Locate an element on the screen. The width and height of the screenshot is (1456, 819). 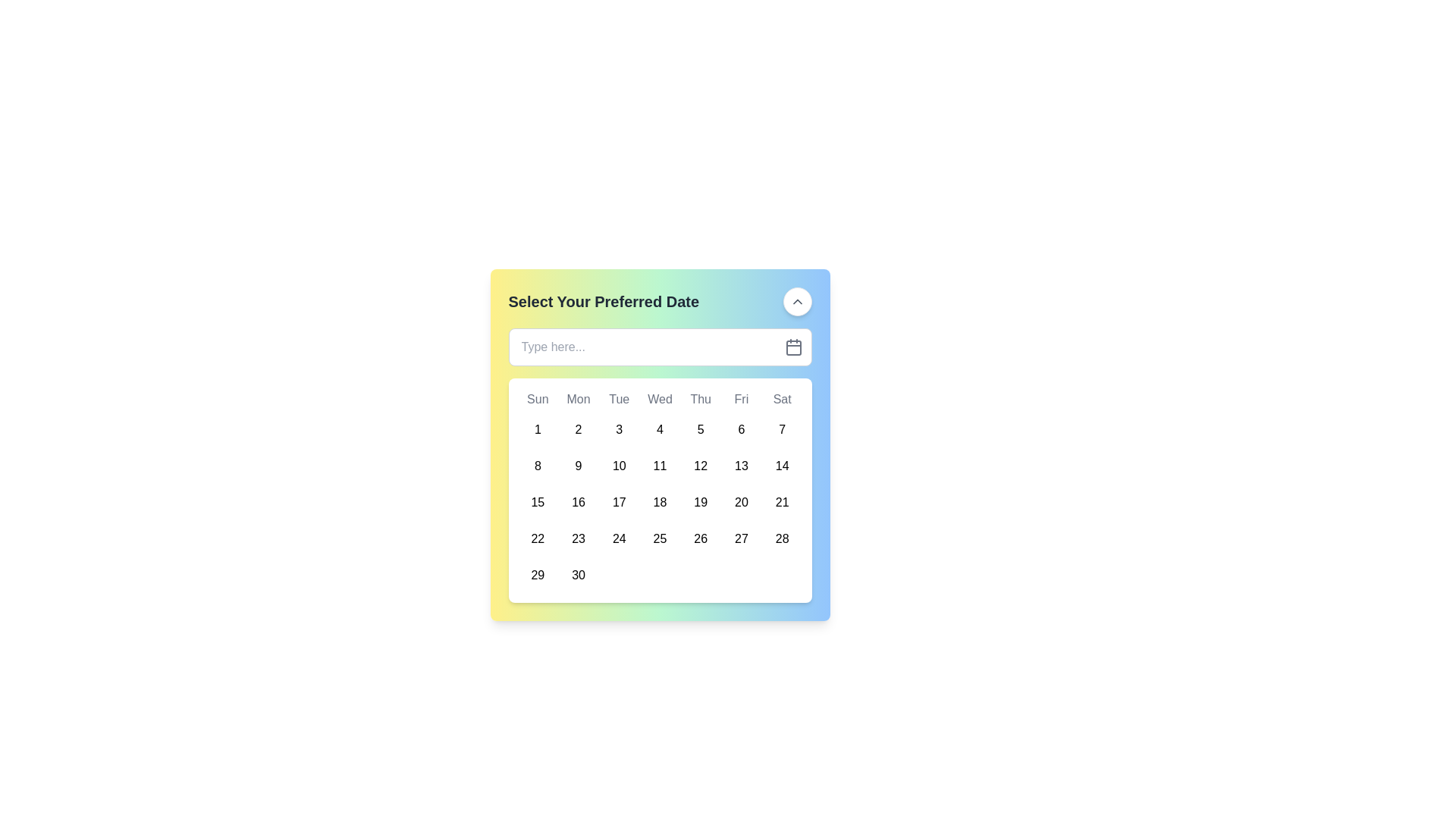
the circular button labeled '20' located under 'Fri' in the calendar grid for accessibility purposes is located at coordinates (741, 503).